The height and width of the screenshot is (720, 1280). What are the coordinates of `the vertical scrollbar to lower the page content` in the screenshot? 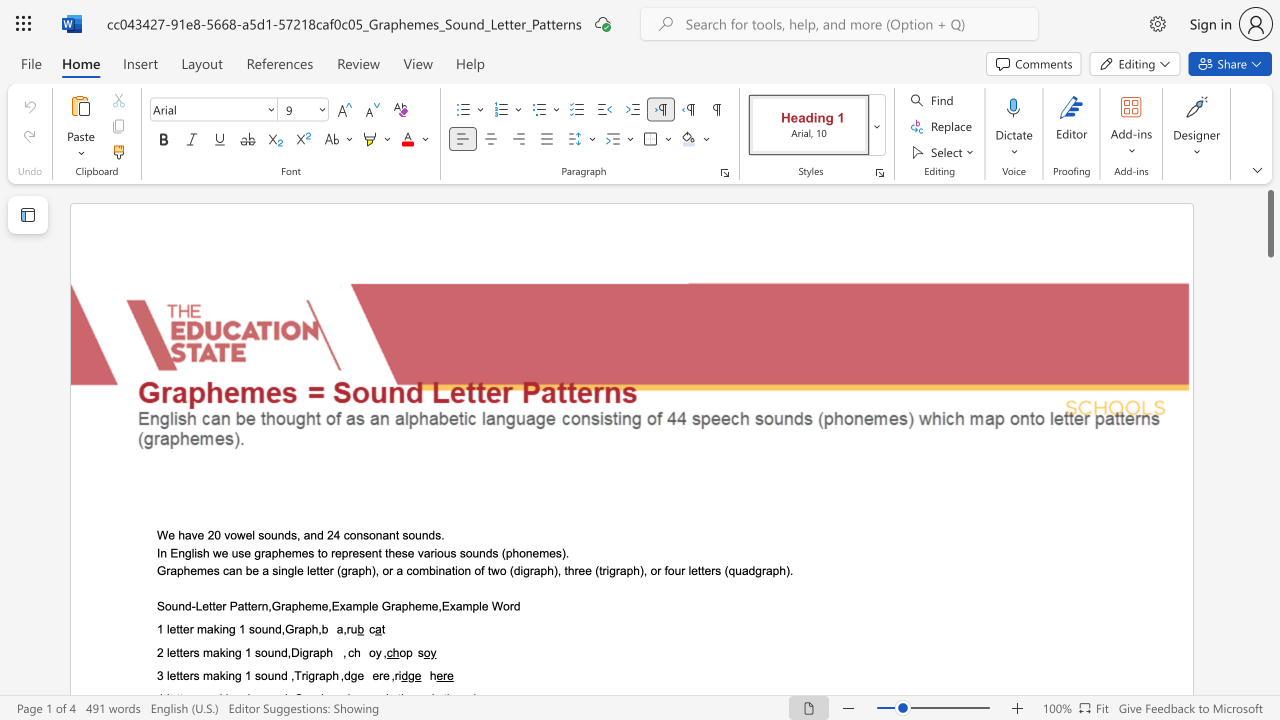 It's located at (1269, 588).